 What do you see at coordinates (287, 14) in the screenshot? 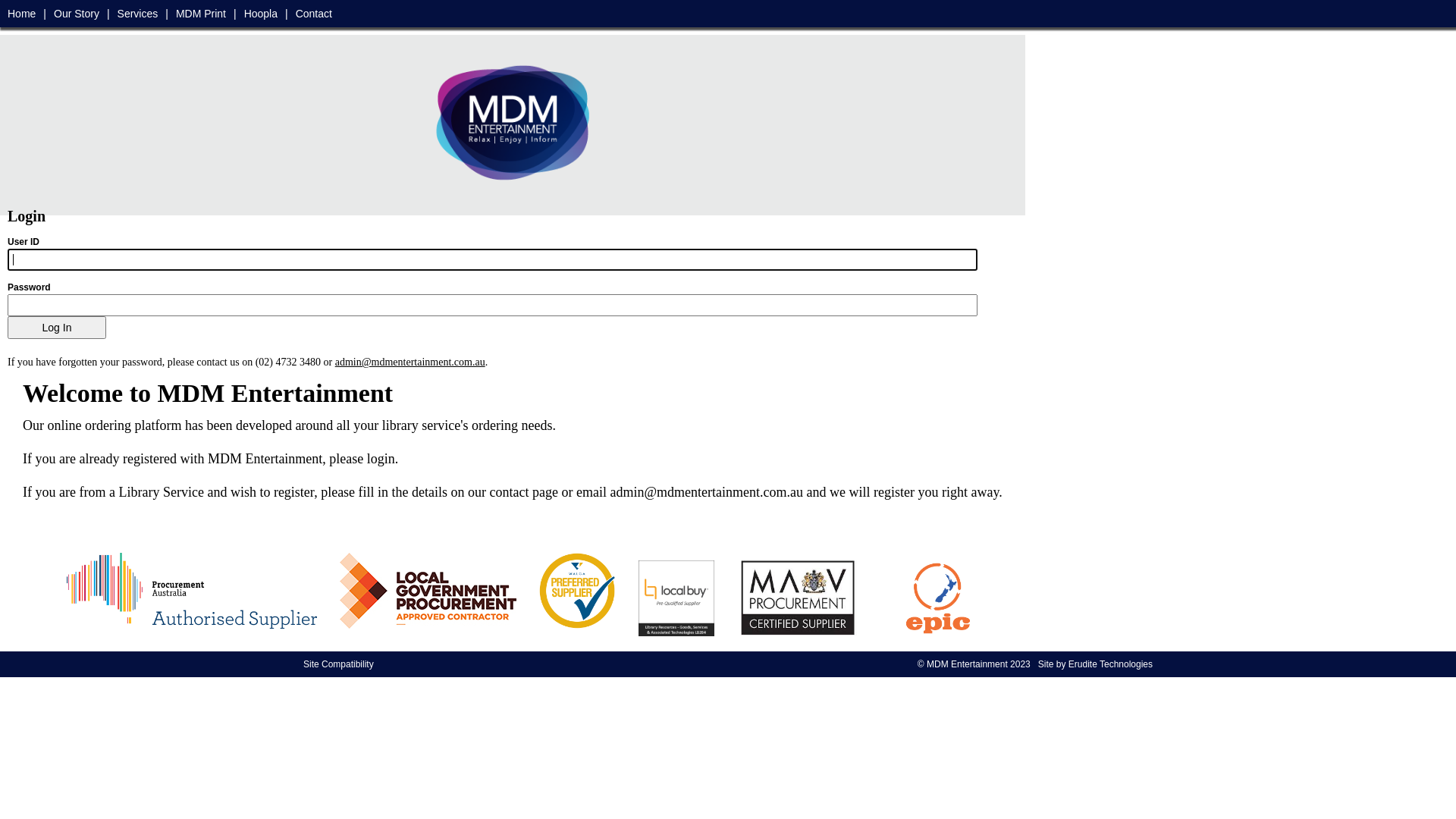
I see `'|'` at bounding box center [287, 14].